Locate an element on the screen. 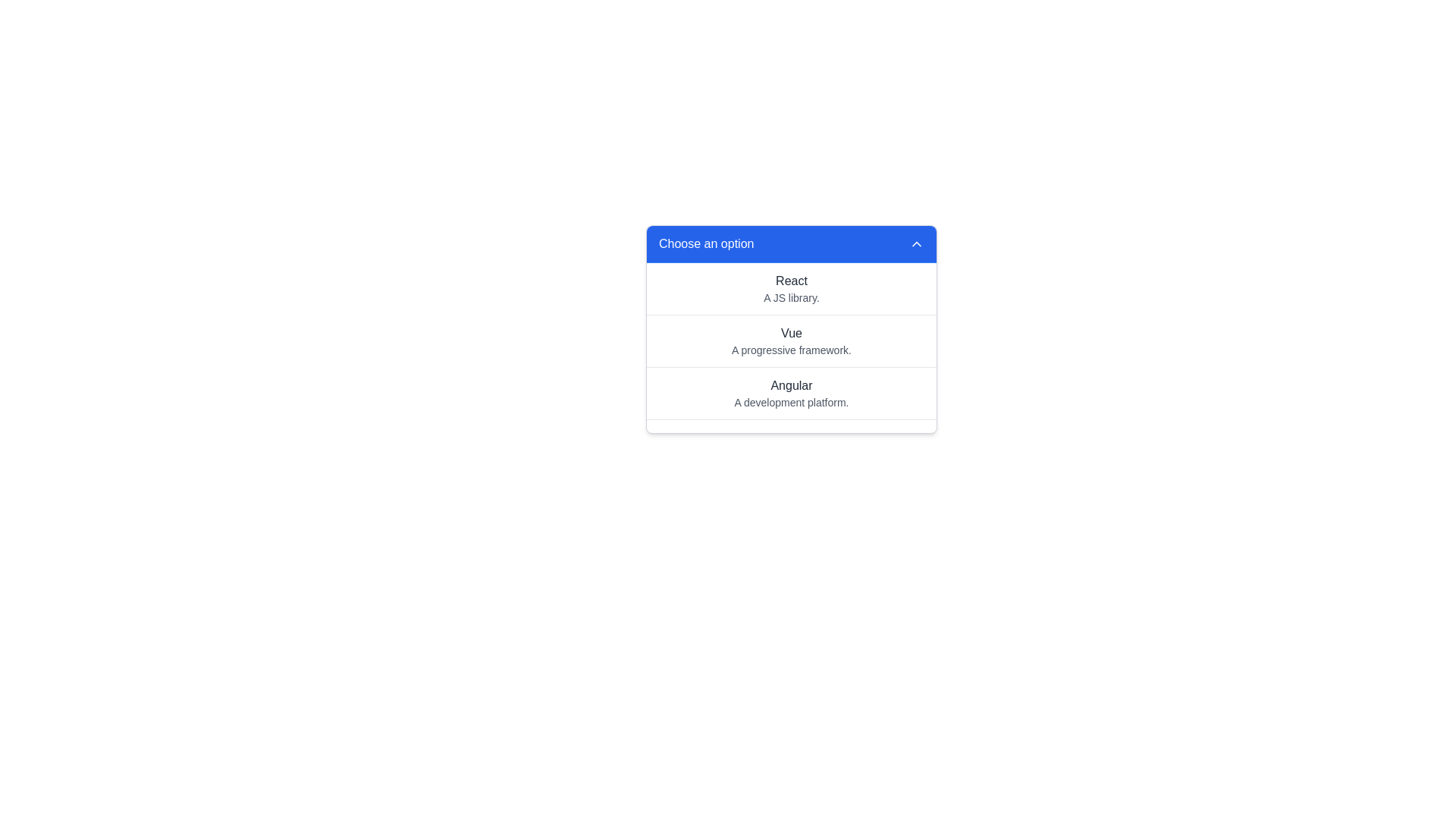  the first item in the dropdown menu that represents the 'React' JavaScript library is located at coordinates (790, 289).